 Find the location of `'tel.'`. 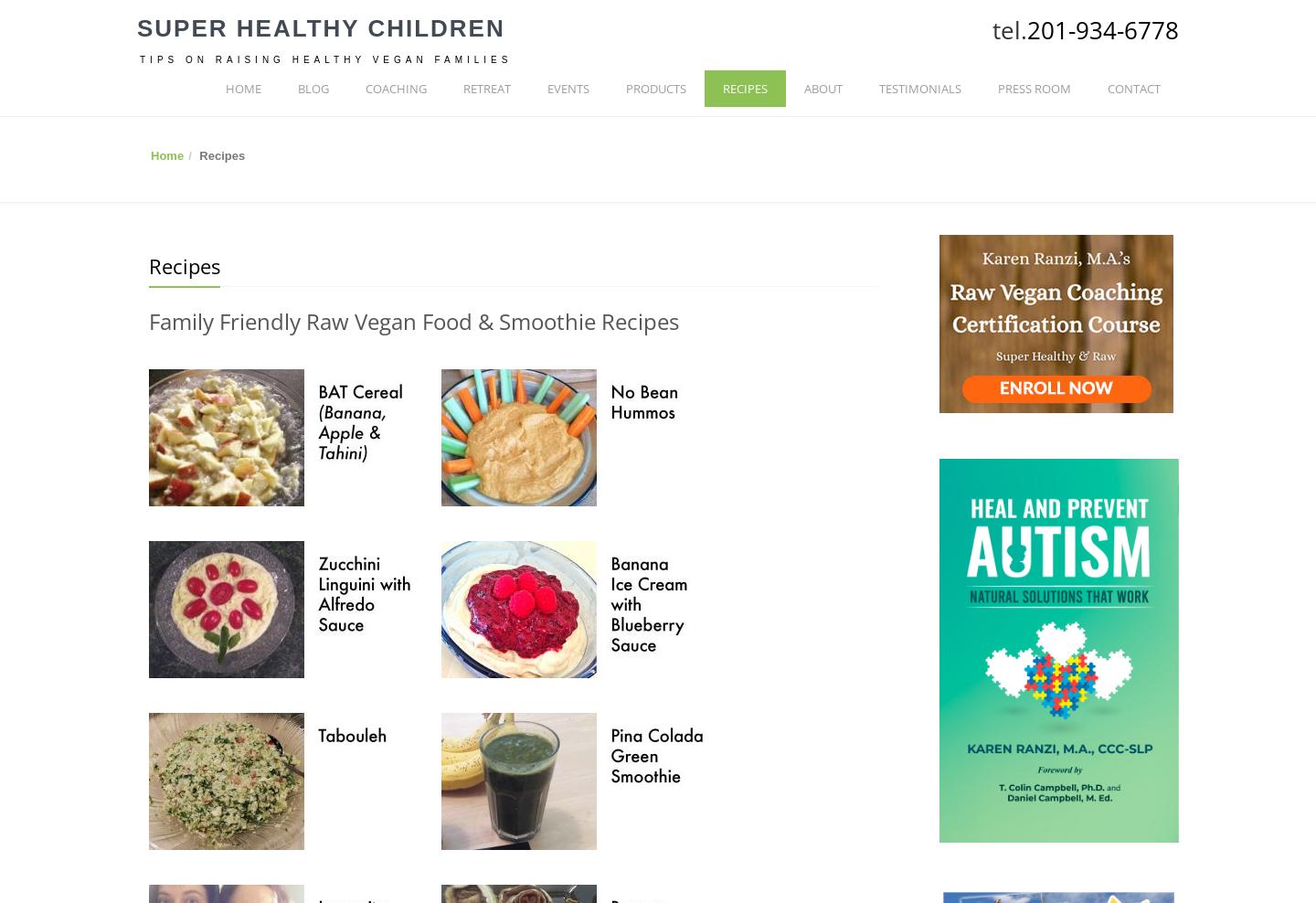

'tel.' is located at coordinates (1009, 28).